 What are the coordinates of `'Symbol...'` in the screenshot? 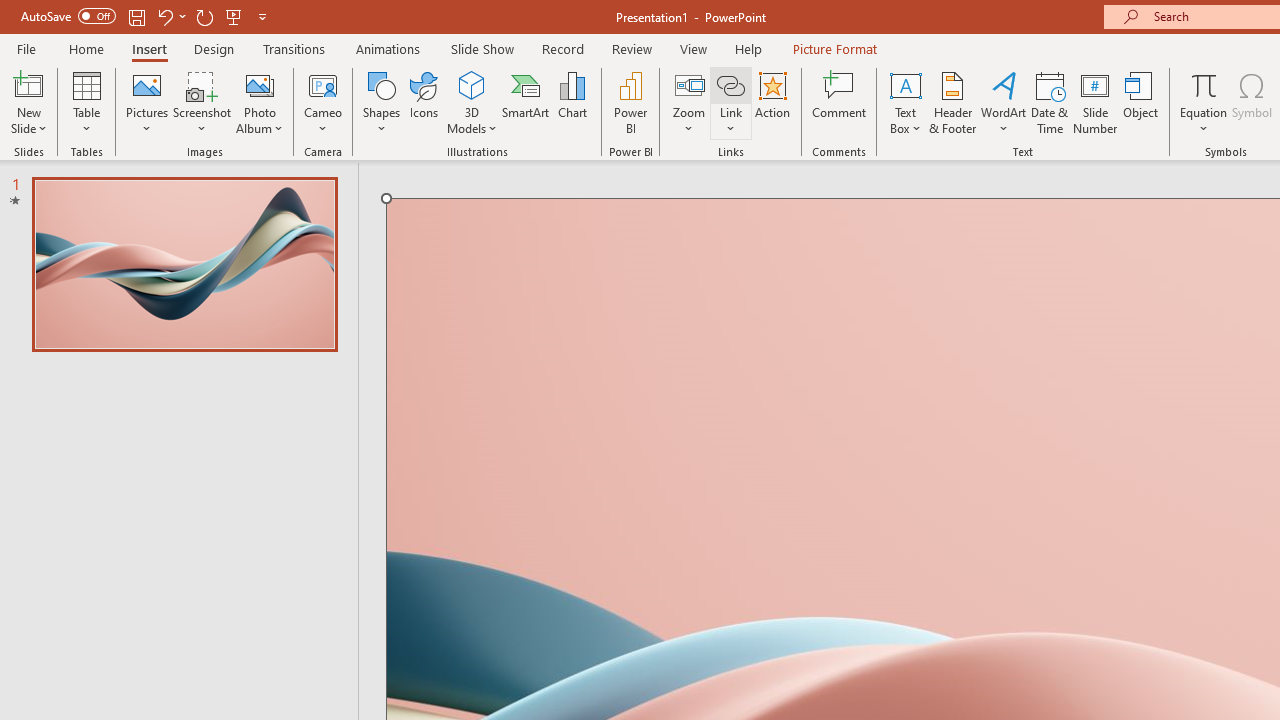 It's located at (1251, 103).